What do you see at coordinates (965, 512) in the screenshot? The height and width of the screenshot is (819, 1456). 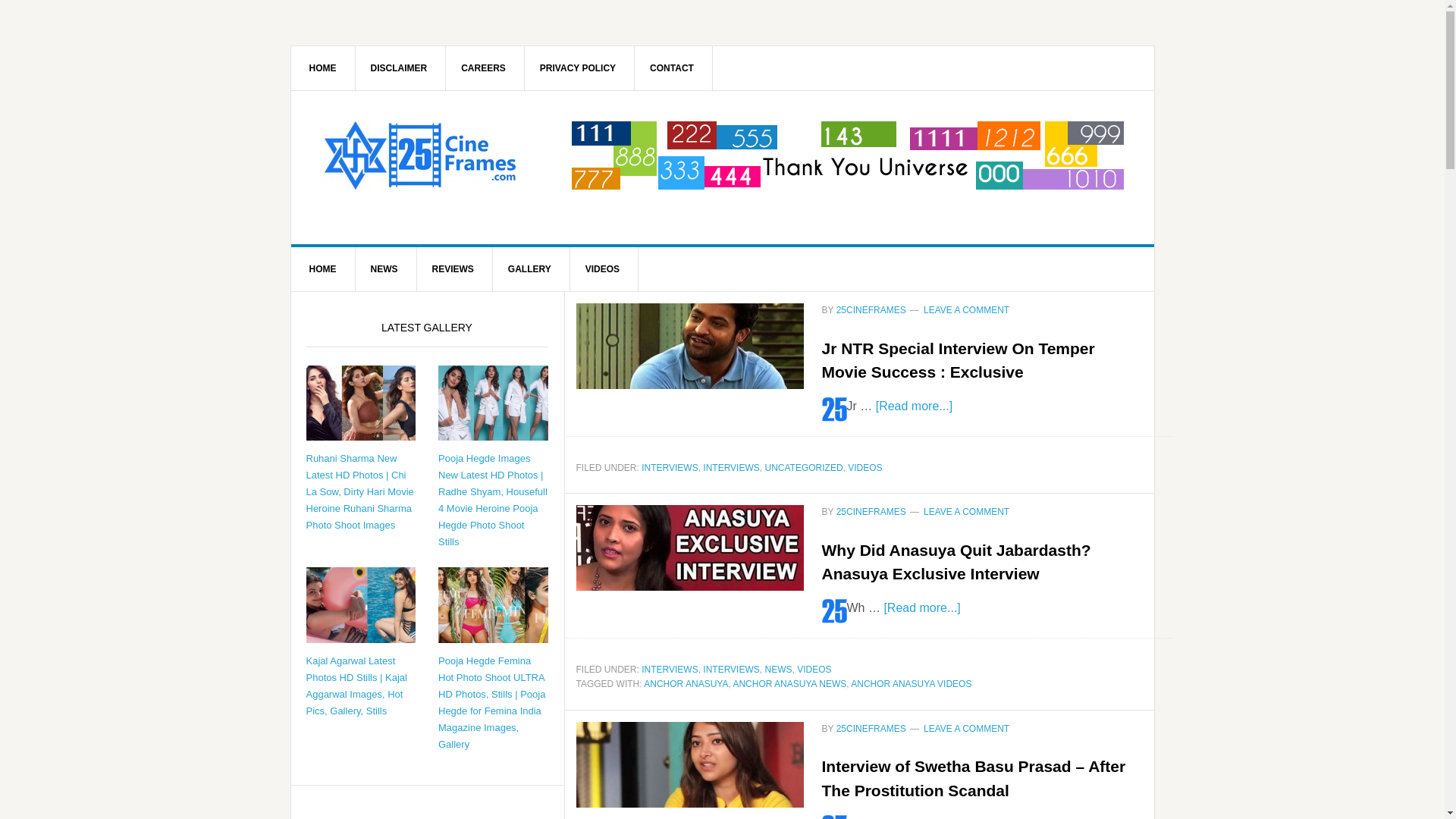 I see `'LEAVE A COMMENT'` at bounding box center [965, 512].